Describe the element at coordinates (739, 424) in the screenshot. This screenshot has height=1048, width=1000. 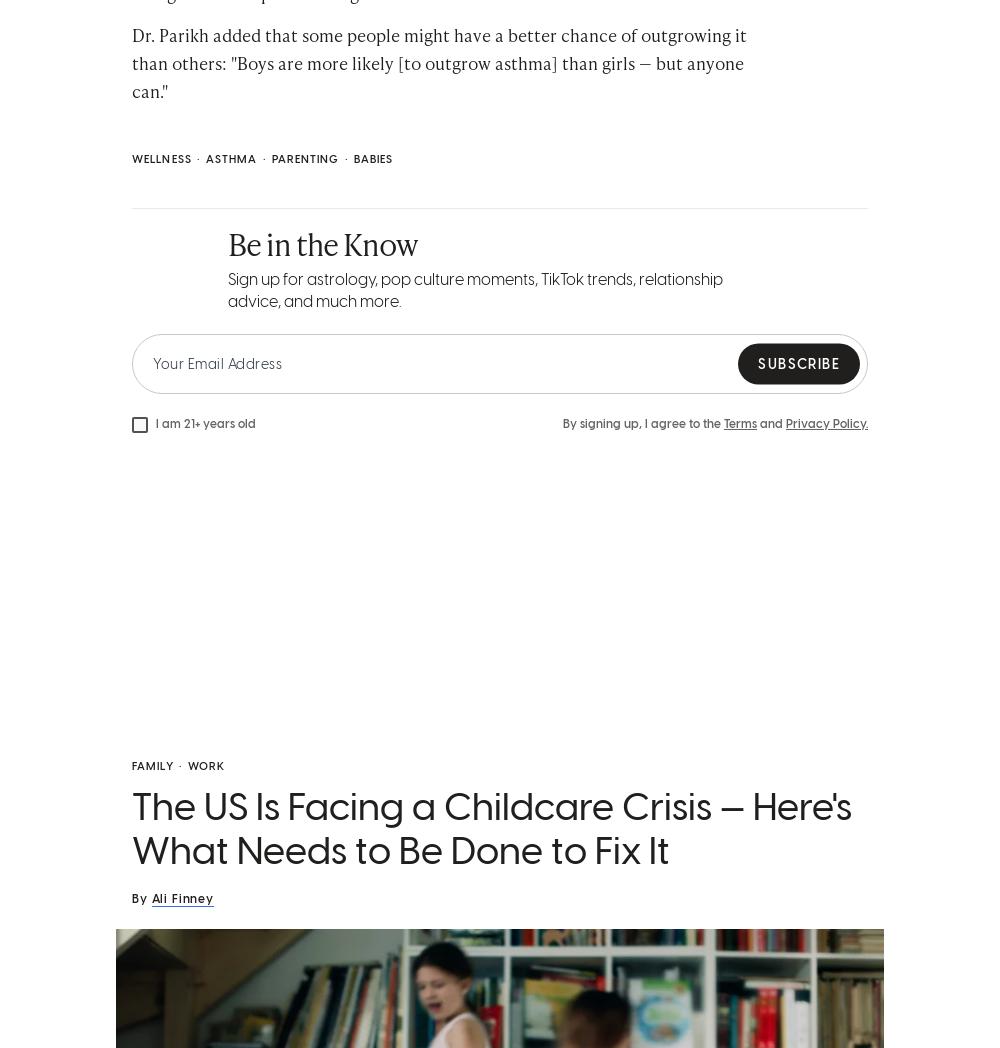
I see `'Terms'` at that location.